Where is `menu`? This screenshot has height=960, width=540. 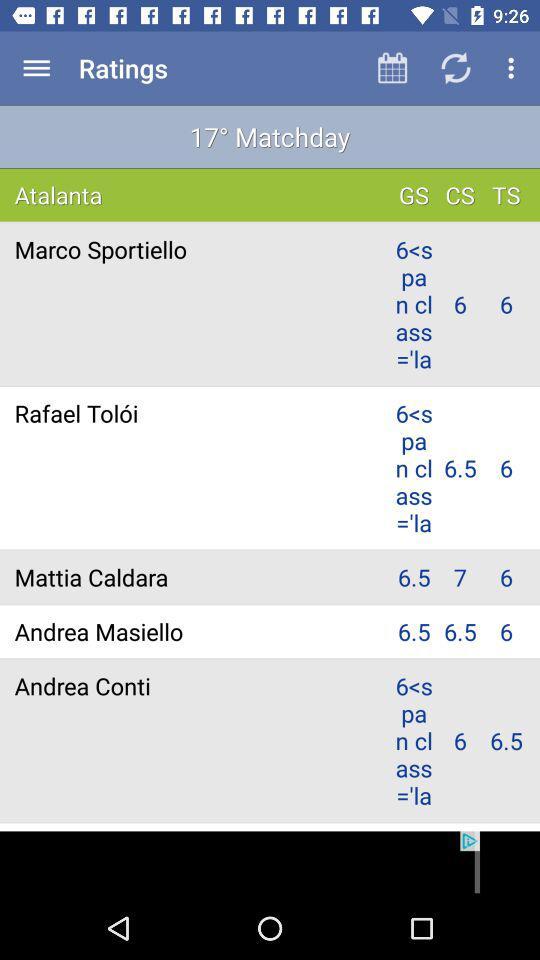 menu is located at coordinates (36, 68).